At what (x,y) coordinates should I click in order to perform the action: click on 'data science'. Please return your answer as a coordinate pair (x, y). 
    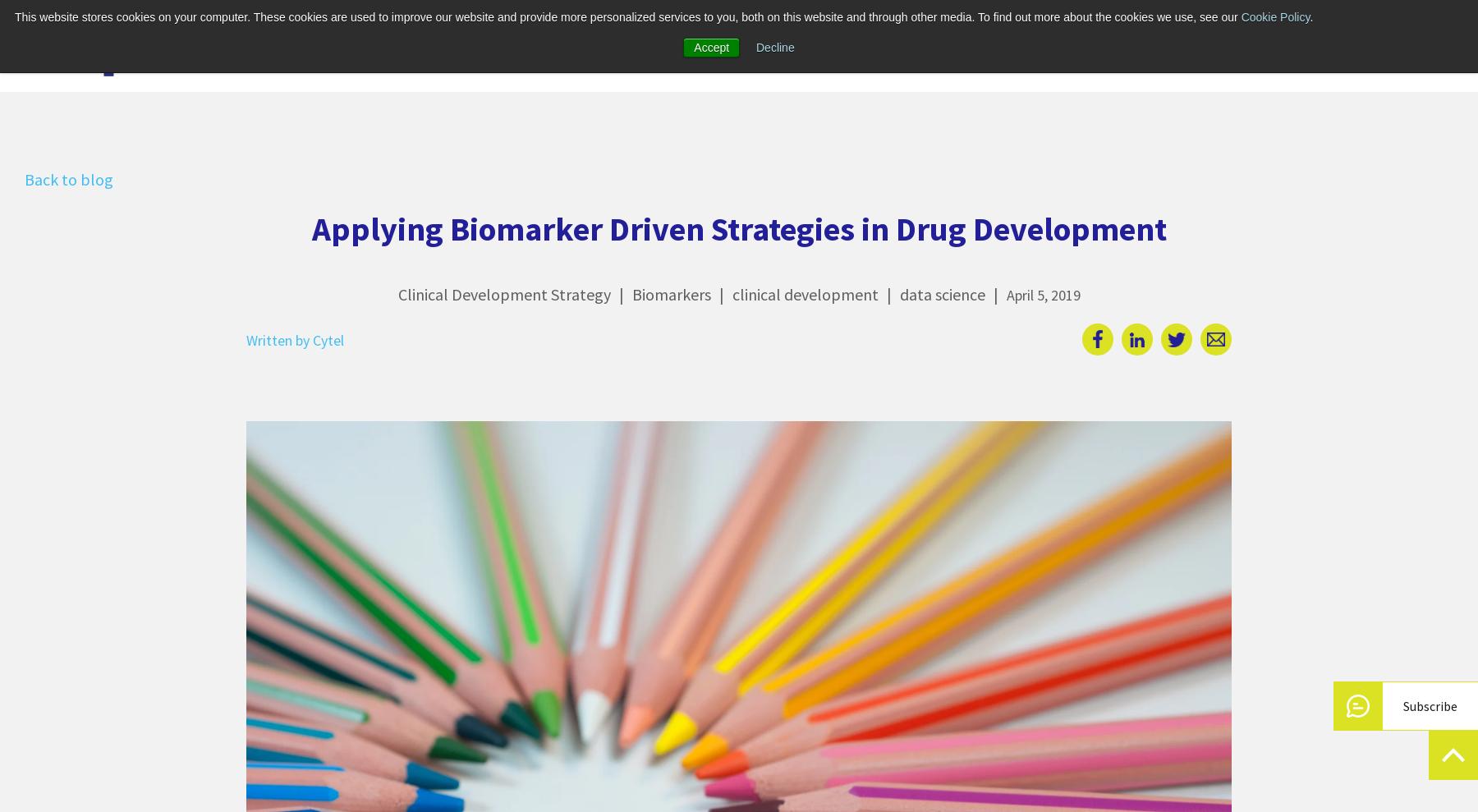
    Looking at the image, I should click on (940, 293).